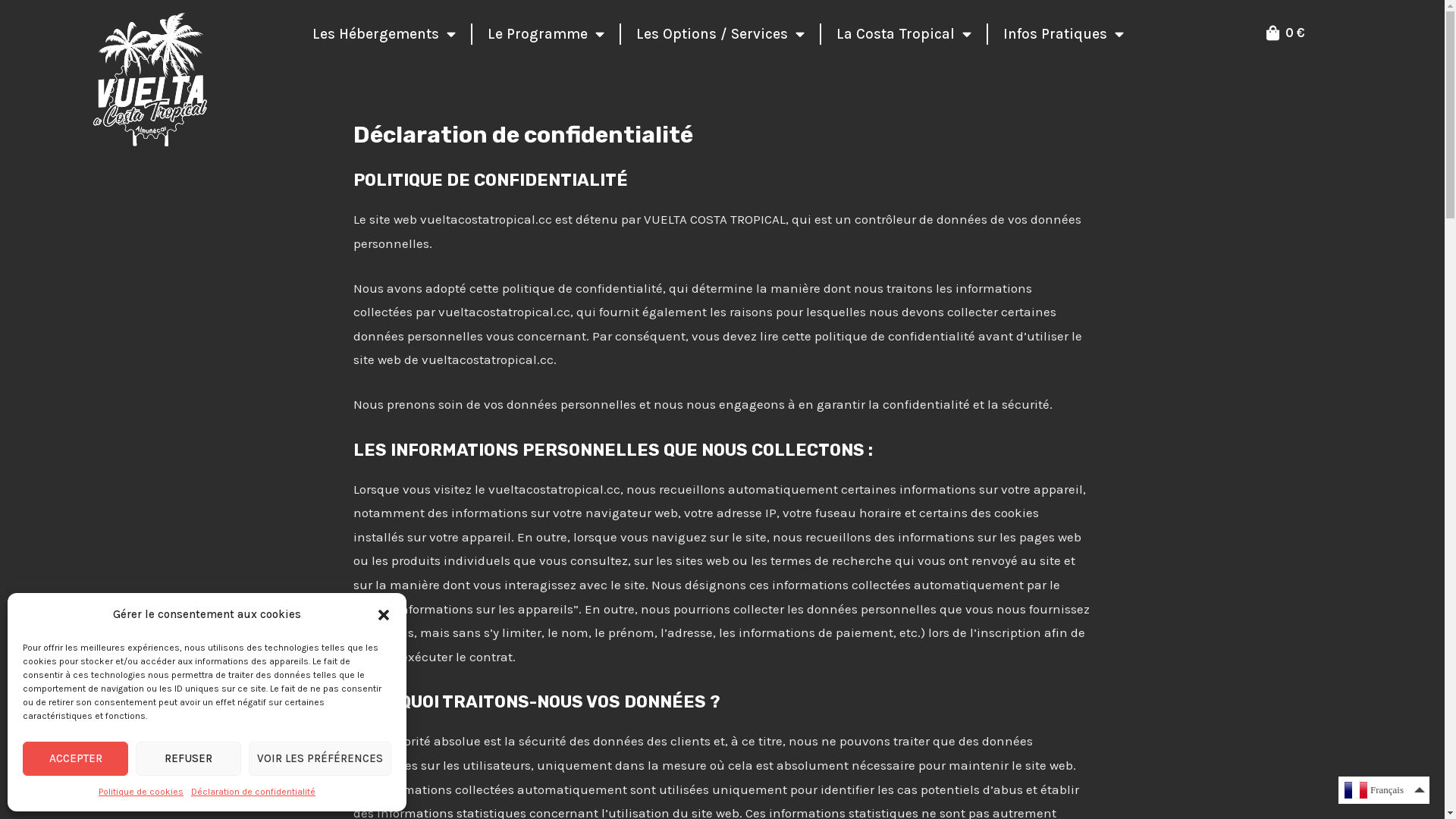 The width and height of the screenshot is (1456, 819). What do you see at coordinates (74, 758) in the screenshot?
I see `'ACCEPTER'` at bounding box center [74, 758].